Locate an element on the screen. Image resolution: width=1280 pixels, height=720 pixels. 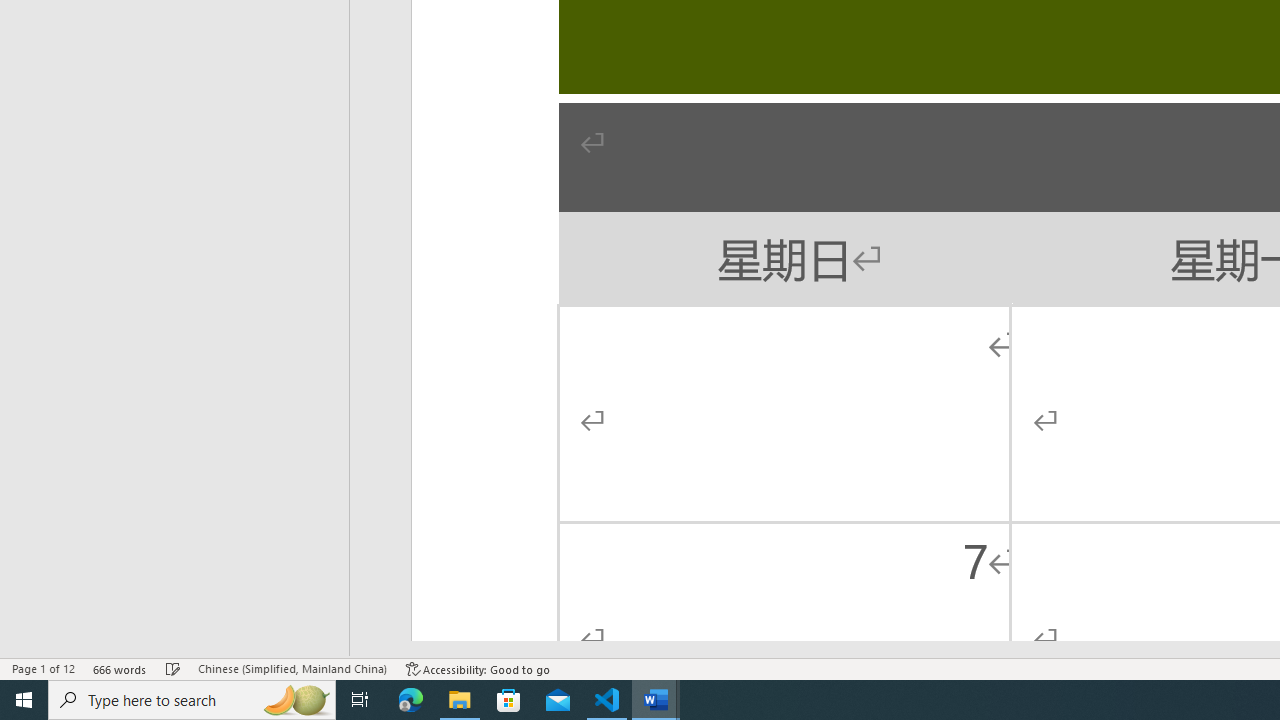
'Word Count 666 words' is located at coordinates (119, 669).